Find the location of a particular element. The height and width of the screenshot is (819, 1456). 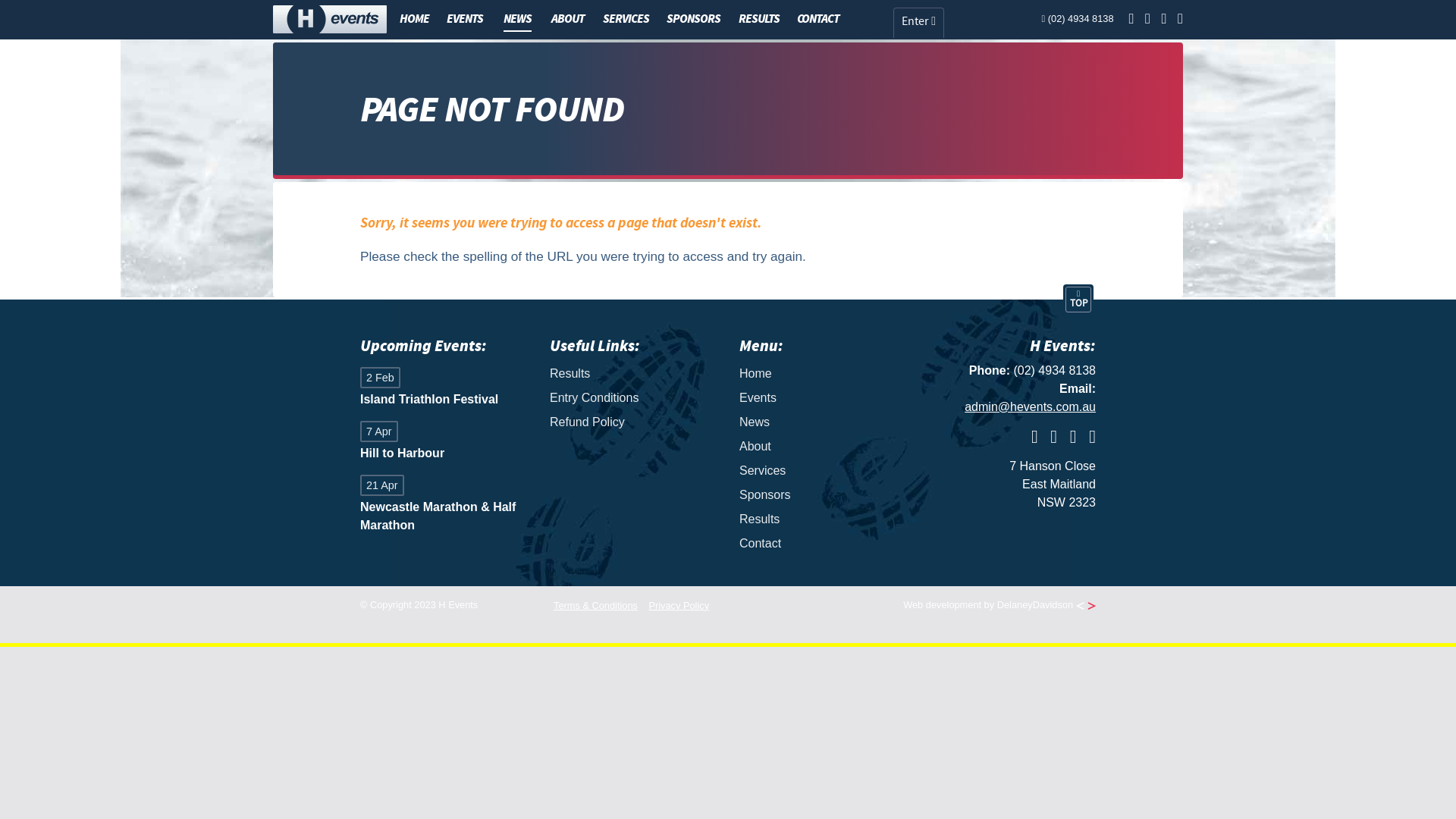

'CONTACT' is located at coordinates (817, 18).